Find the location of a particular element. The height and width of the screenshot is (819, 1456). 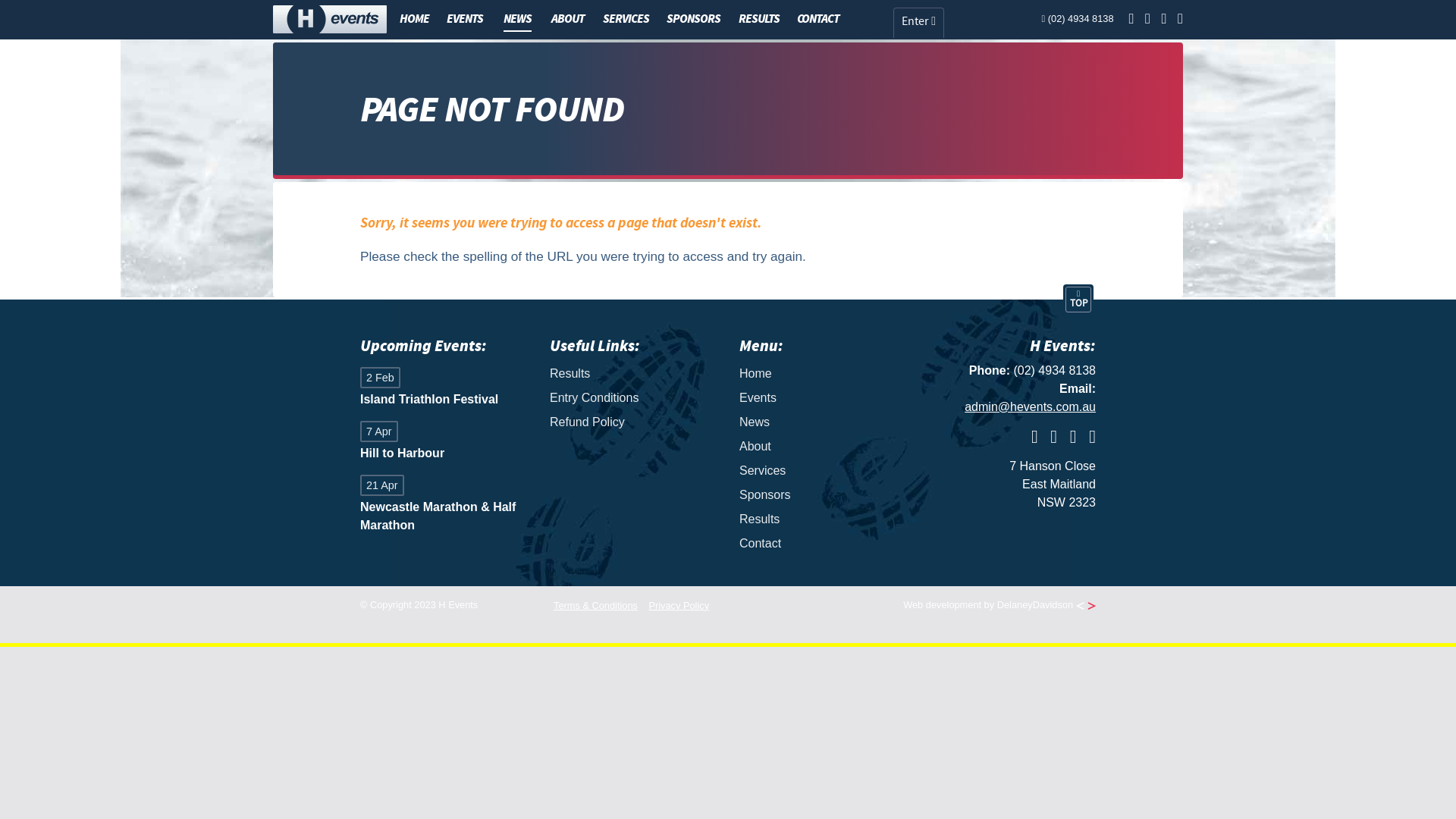

'CONTACT' is located at coordinates (817, 18).